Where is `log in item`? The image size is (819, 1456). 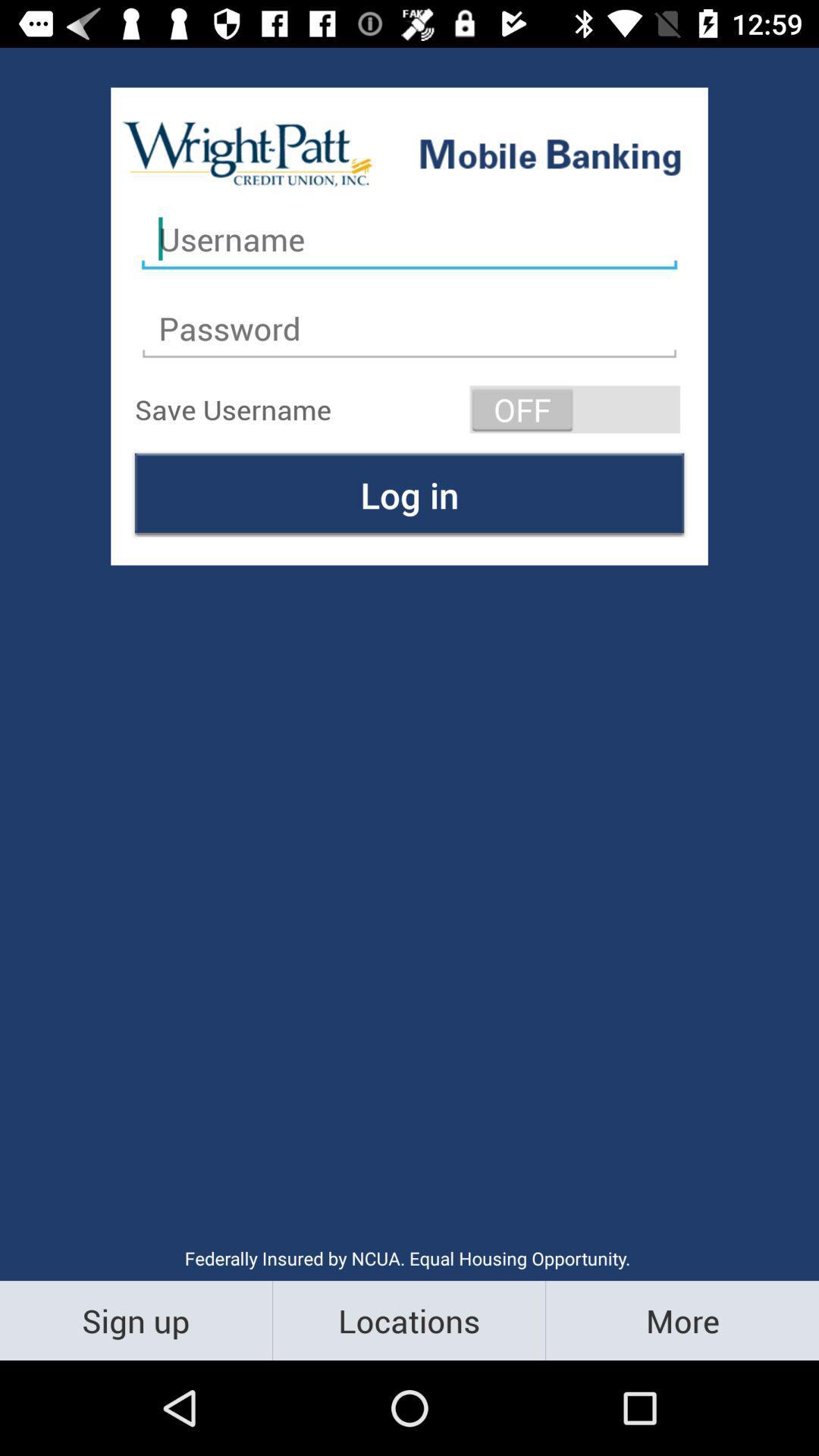 log in item is located at coordinates (409, 494).